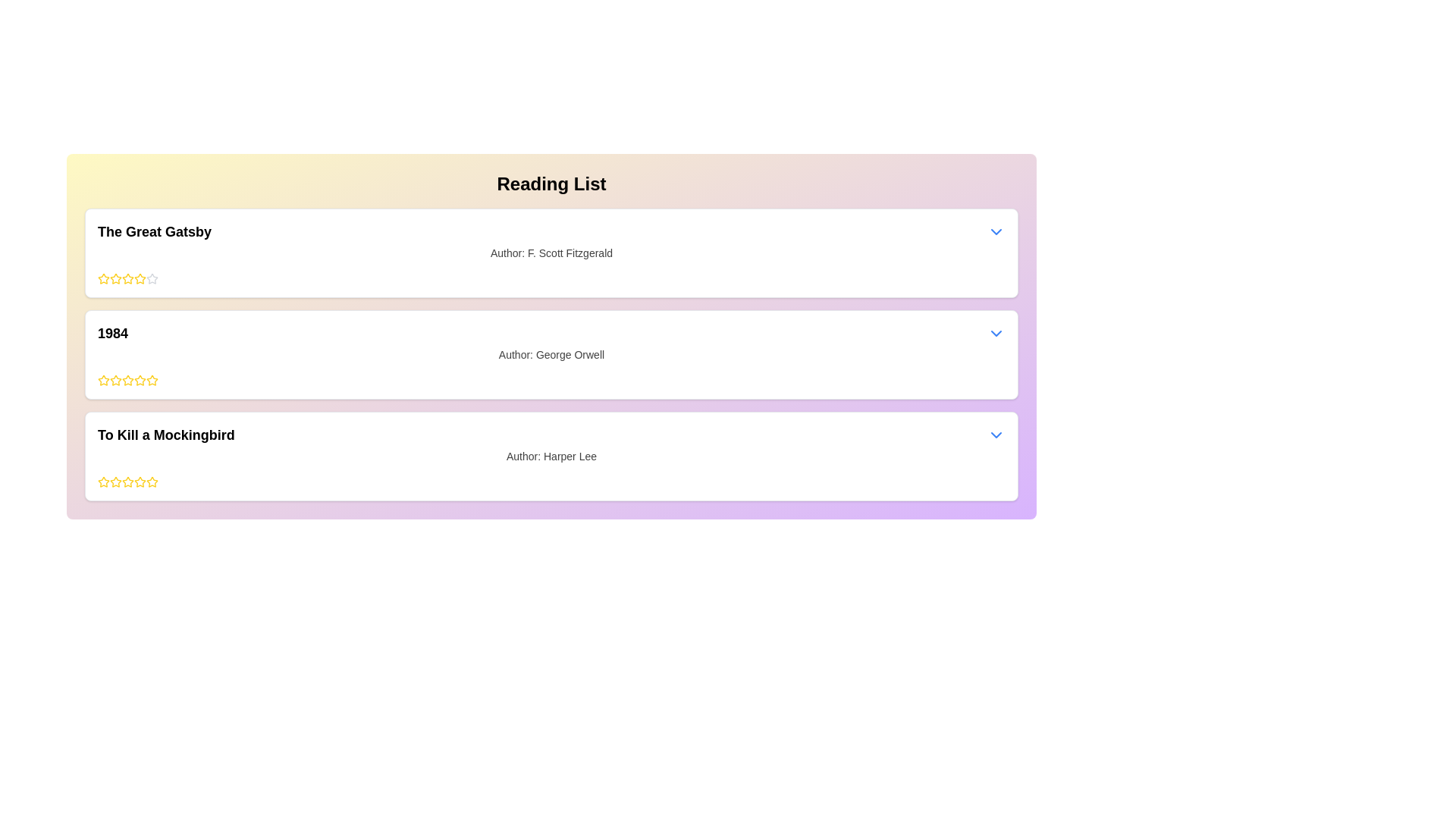  I want to click on the fourth star in the 5-star rating system for the book 'The Great Gatsby' to rate it, so click(127, 278).